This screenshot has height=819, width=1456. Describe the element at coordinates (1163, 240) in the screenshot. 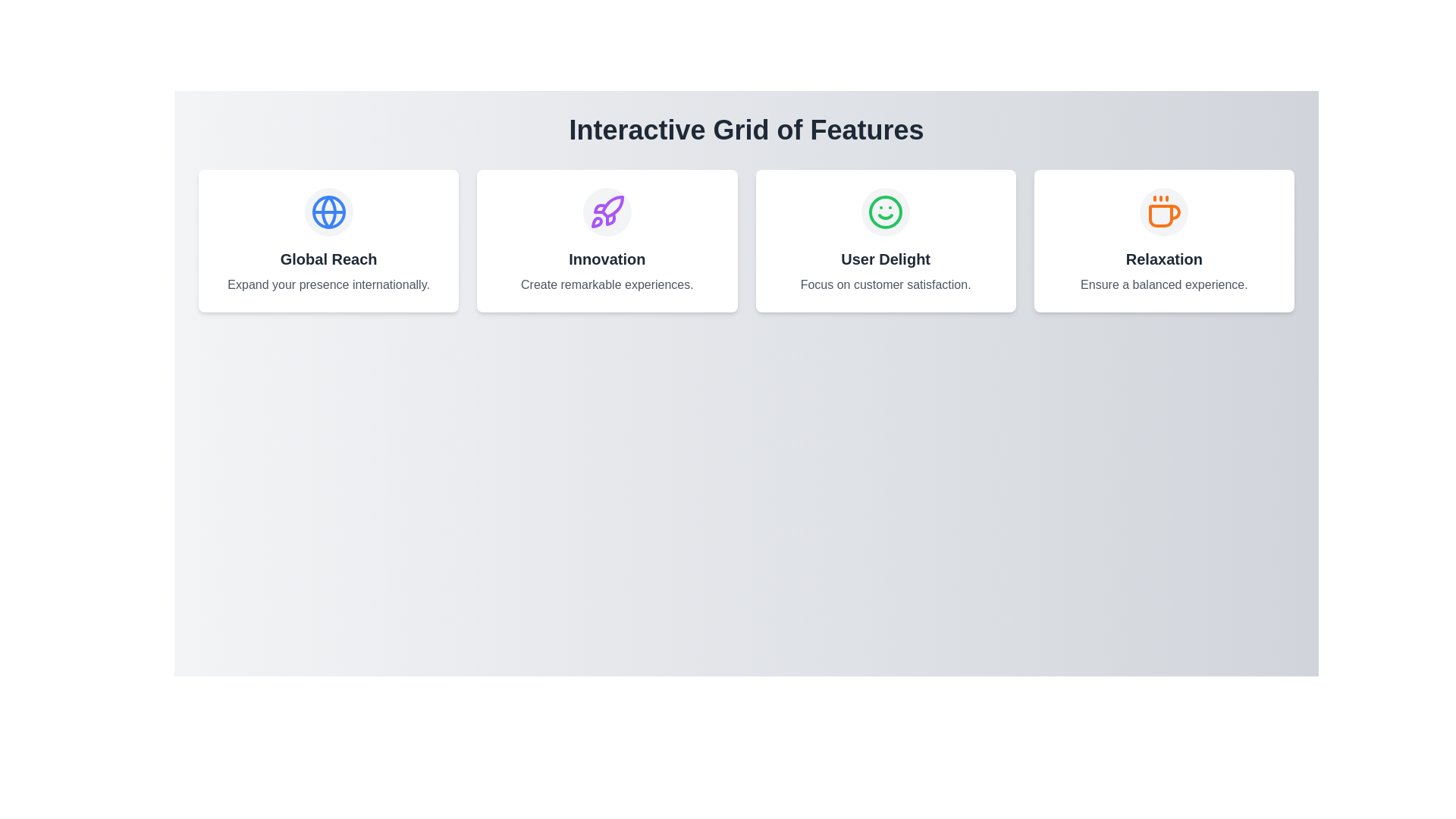

I see `the 'Relaxation' feature card, which is the last card in a four-column grid layout, positioned to the far right after the 'User Delight' card` at that location.